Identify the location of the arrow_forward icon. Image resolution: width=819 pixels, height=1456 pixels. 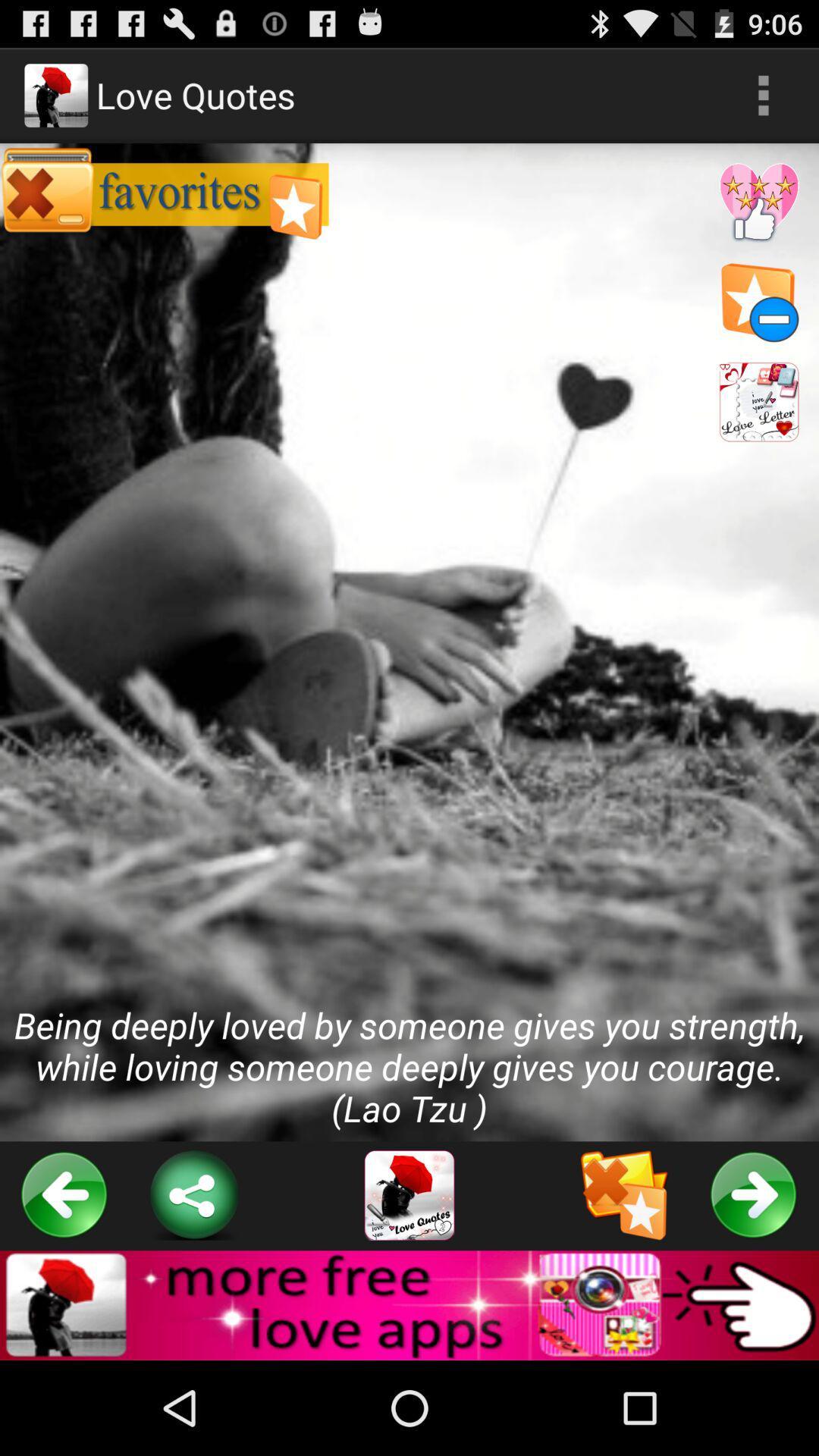
(754, 1279).